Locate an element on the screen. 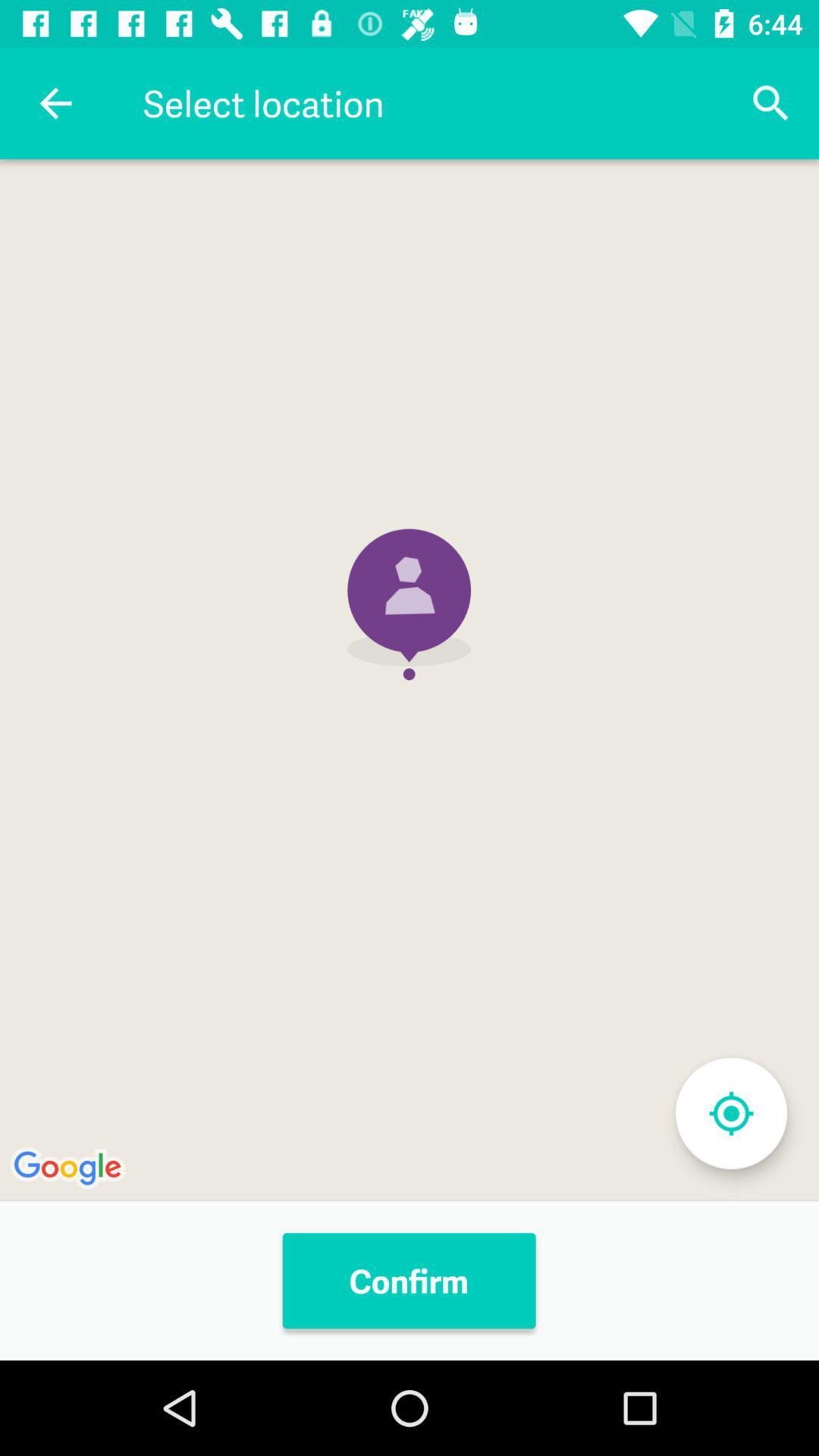 The width and height of the screenshot is (819, 1456). locate is located at coordinates (730, 1113).